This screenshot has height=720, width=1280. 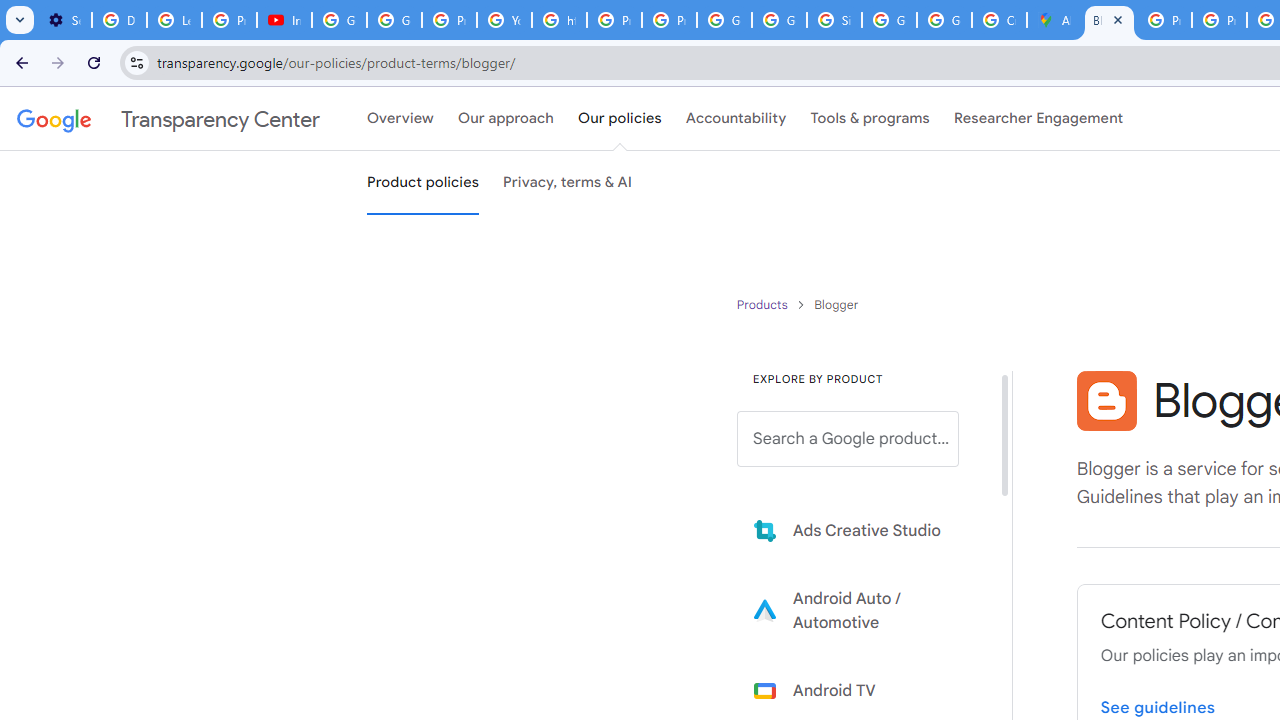 I want to click on 'Search a Google product from below list.', so click(x=848, y=438).